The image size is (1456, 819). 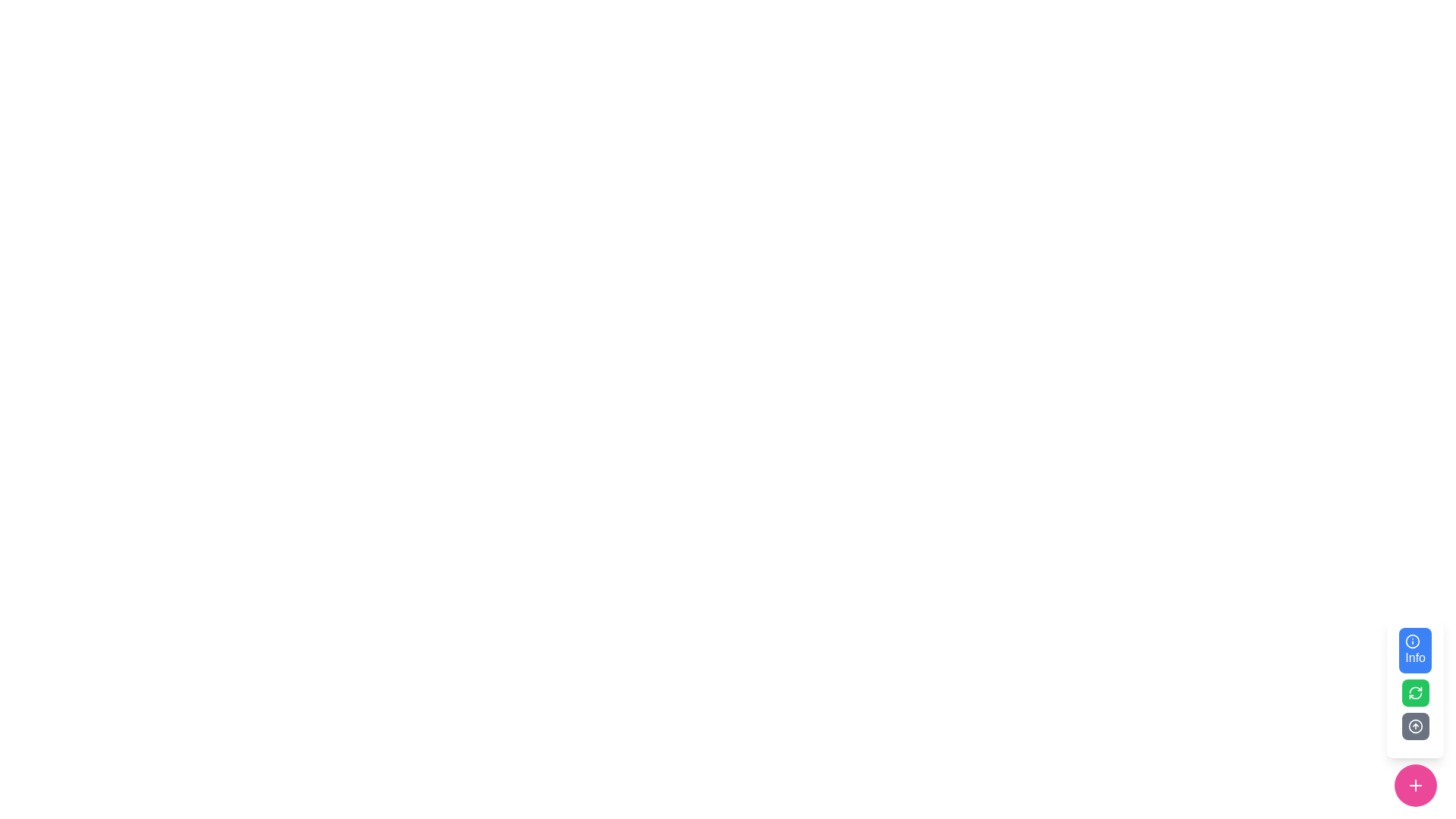 I want to click on the decorative circular graphical component within the 'Info' icon located at the bottom right corner of the interface, so click(x=1412, y=641).